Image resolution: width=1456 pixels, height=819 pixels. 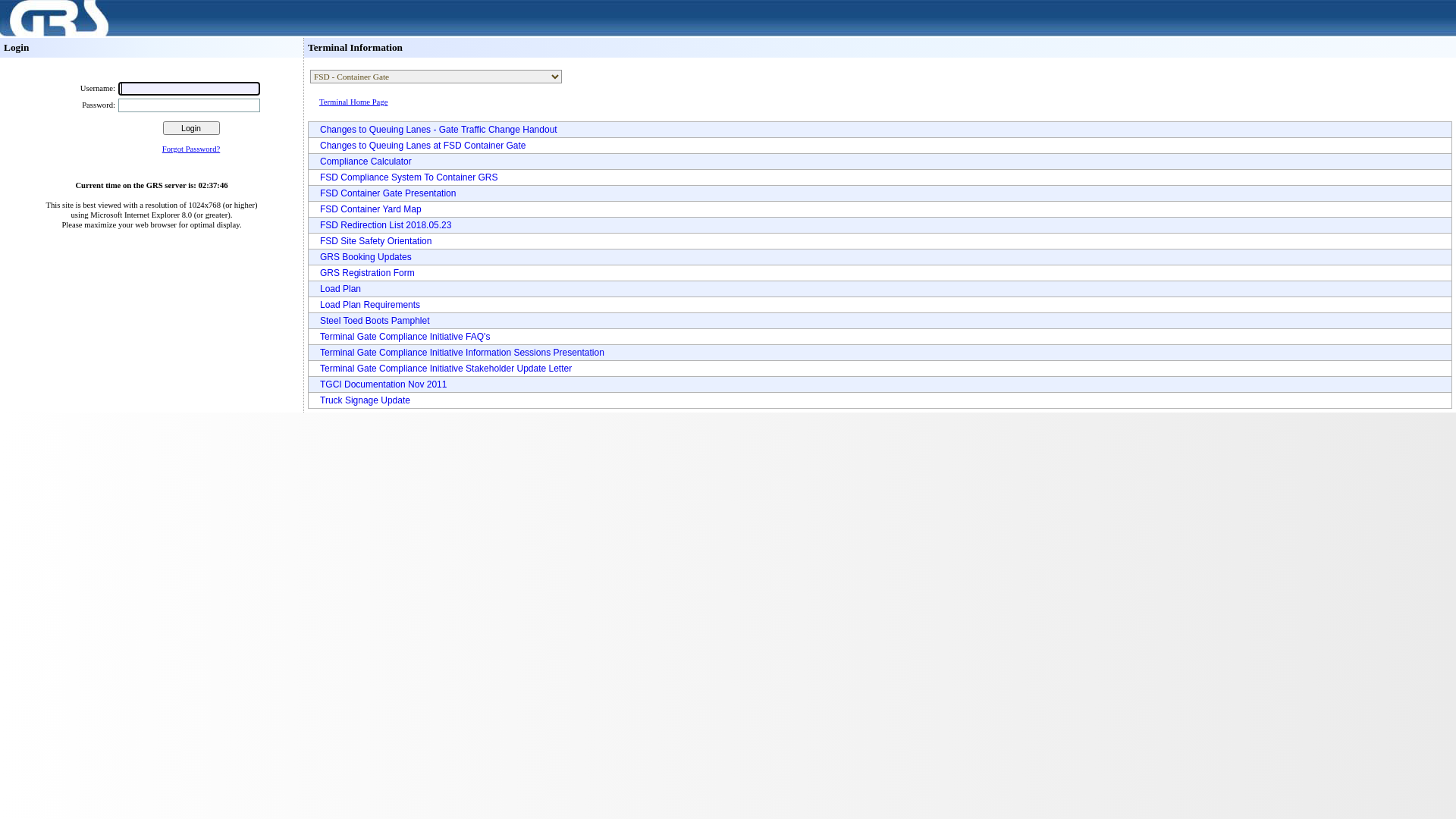 What do you see at coordinates (312, 320) in the screenshot?
I see `'Steel Toed Boots Pamphlet'` at bounding box center [312, 320].